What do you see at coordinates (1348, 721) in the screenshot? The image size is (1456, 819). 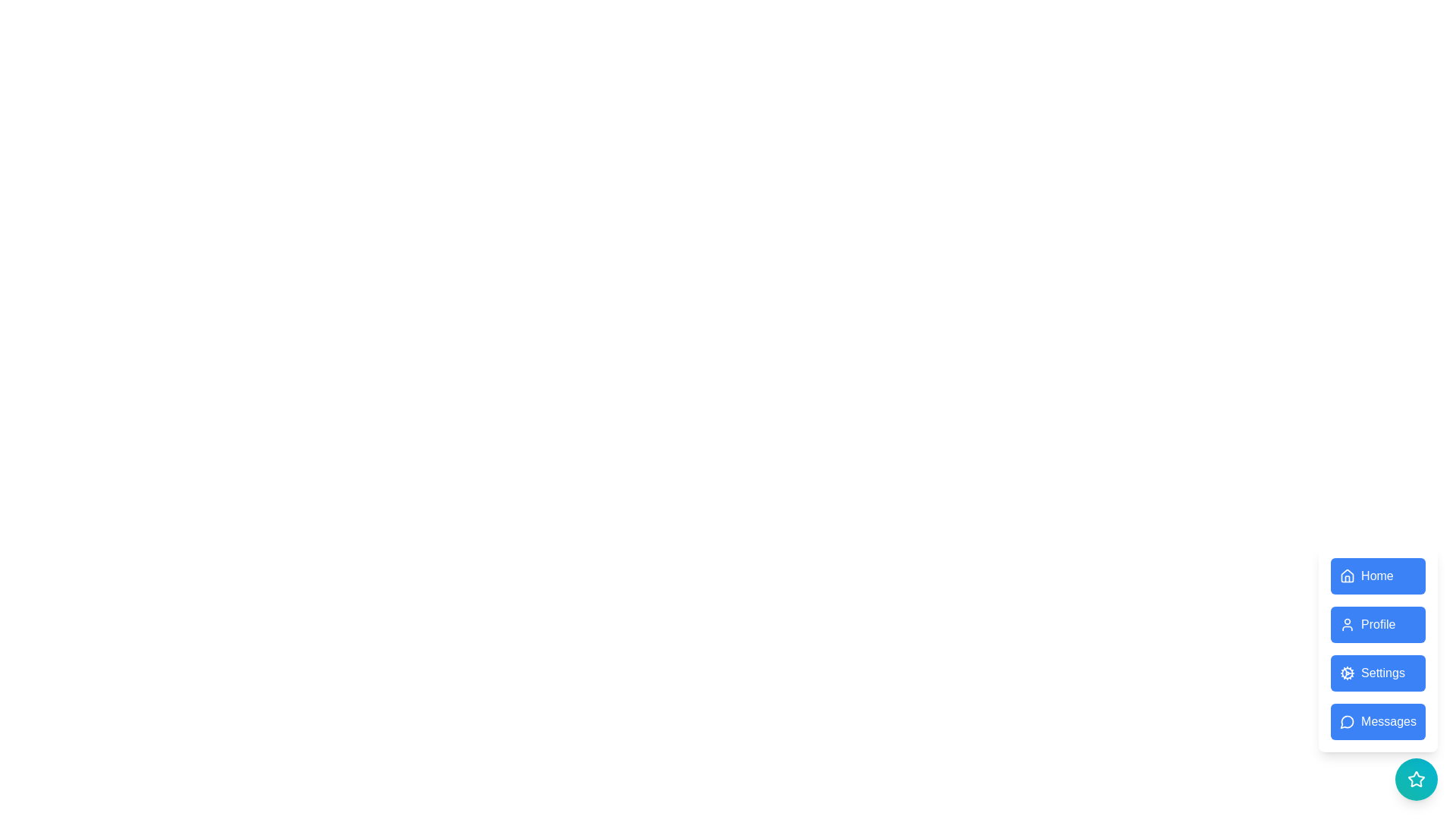 I see `the icon located to the left of the 'Messages' text content within the 'Messages' button` at bounding box center [1348, 721].